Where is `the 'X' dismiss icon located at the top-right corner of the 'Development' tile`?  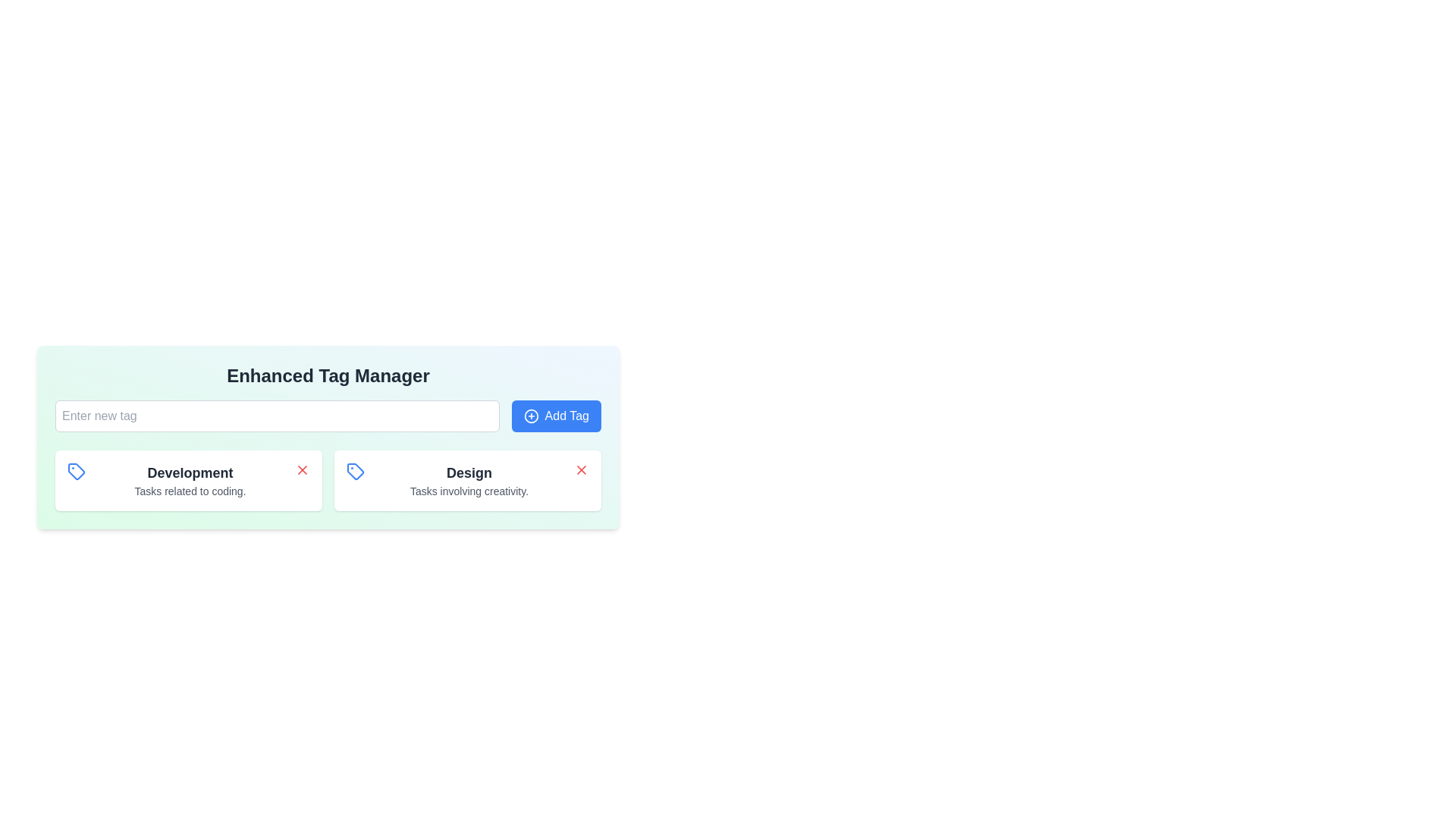 the 'X' dismiss icon located at the top-right corner of the 'Development' tile is located at coordinates (302, 469).